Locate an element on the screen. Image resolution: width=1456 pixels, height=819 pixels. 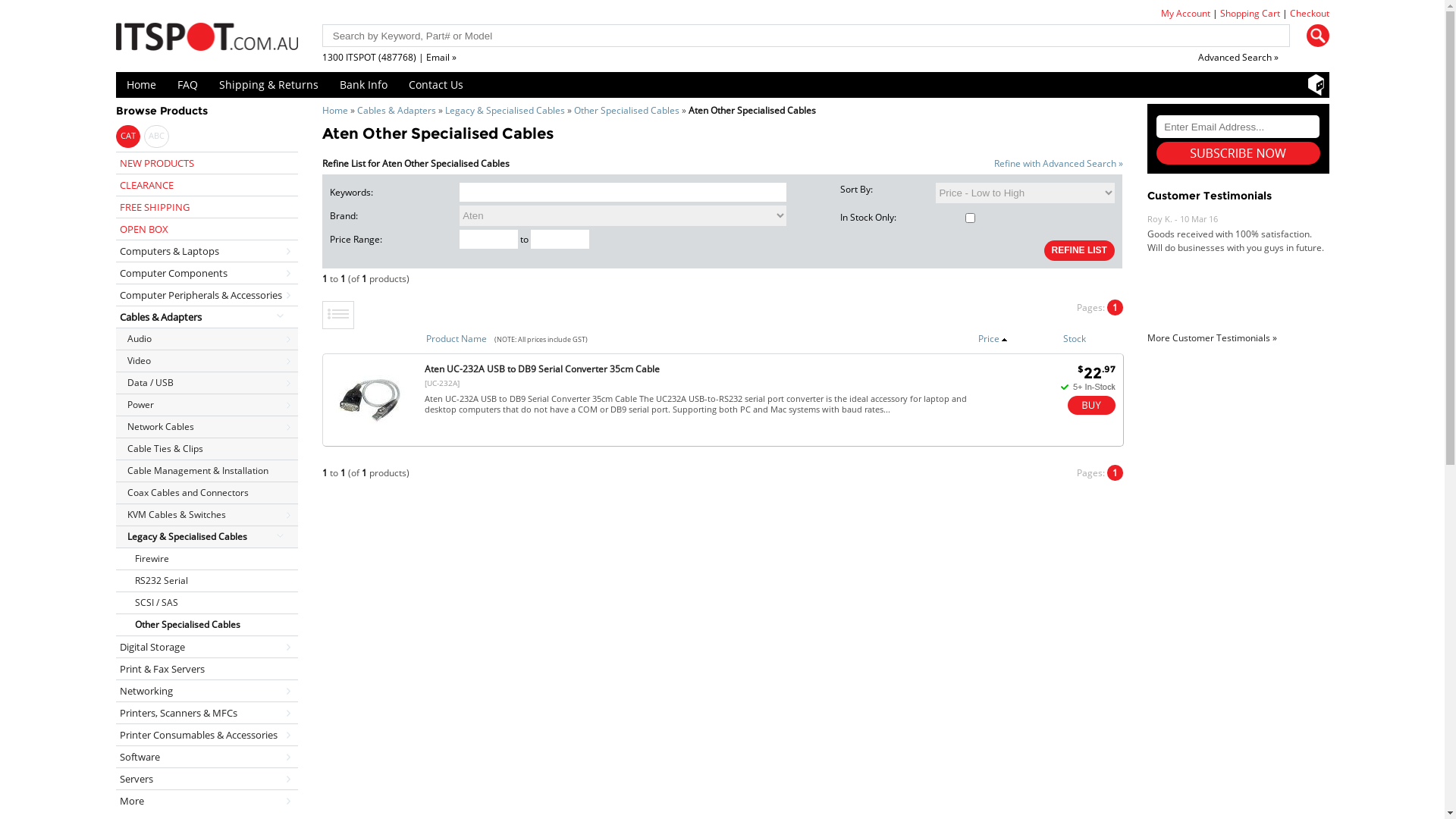
'KVM Cables & Switches' is located at coordinates (206, 513).